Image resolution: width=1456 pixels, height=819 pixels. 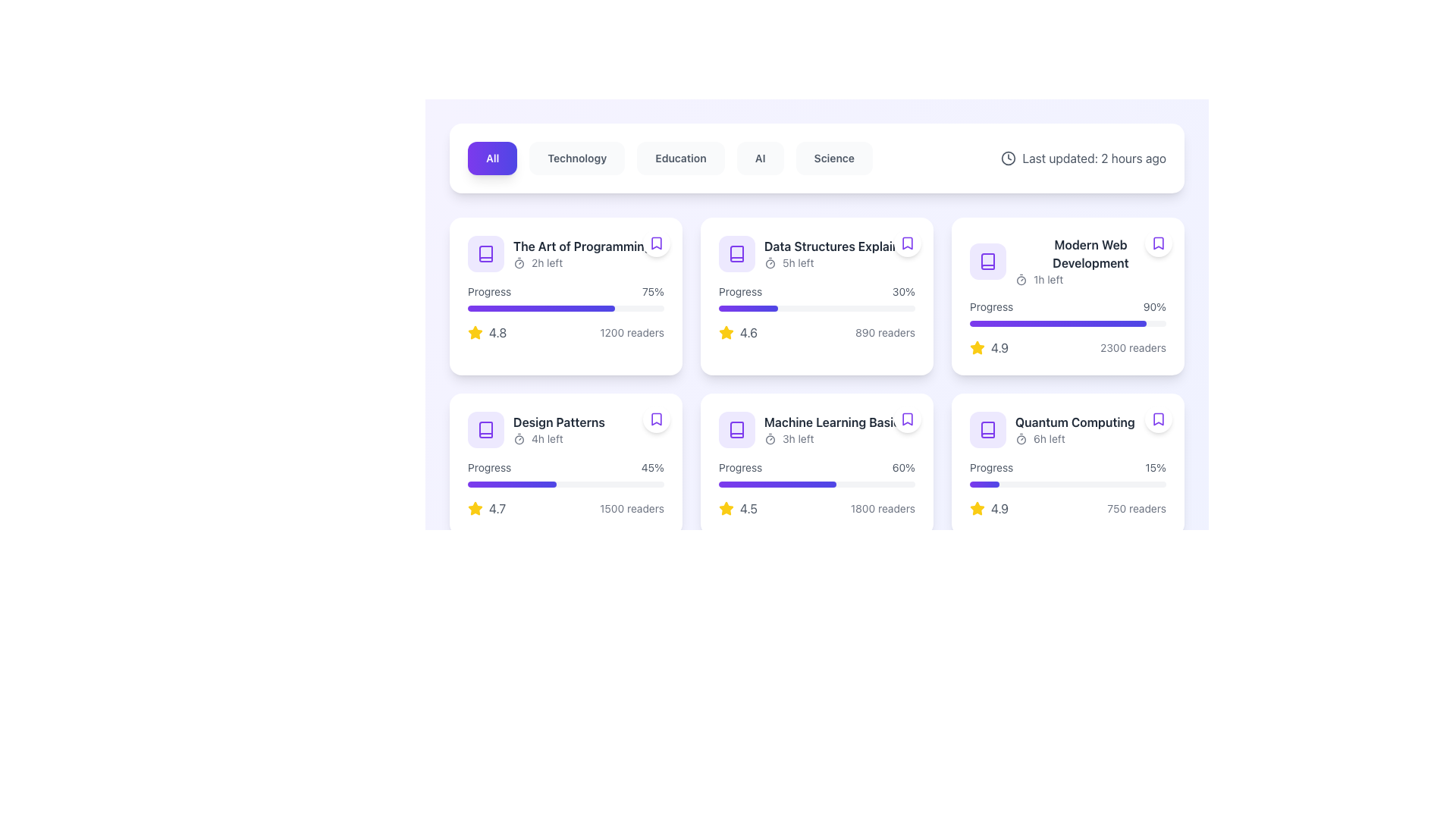 What do you see at coordinates (816, 485) in the screenshot?
I see `the progress bar representing 60% completion for the course 'Machine Learning Basics', located within the fourth card of the grid layout in the second row` at bounding box center [816, 485].